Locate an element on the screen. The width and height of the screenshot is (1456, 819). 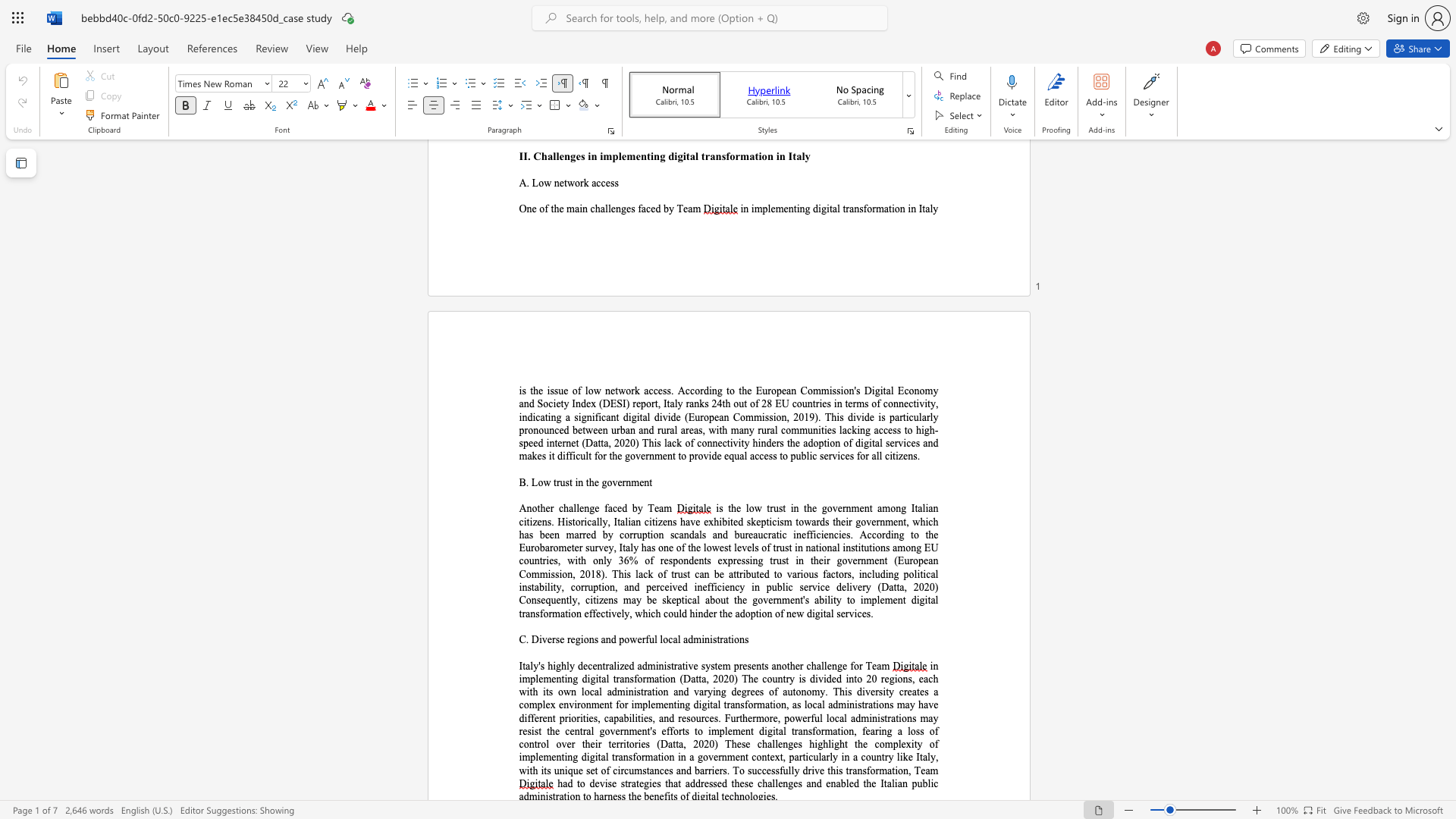
the subset text "vernm" within the text "B. Low trust in the government" is located at coordinates (612, 482).